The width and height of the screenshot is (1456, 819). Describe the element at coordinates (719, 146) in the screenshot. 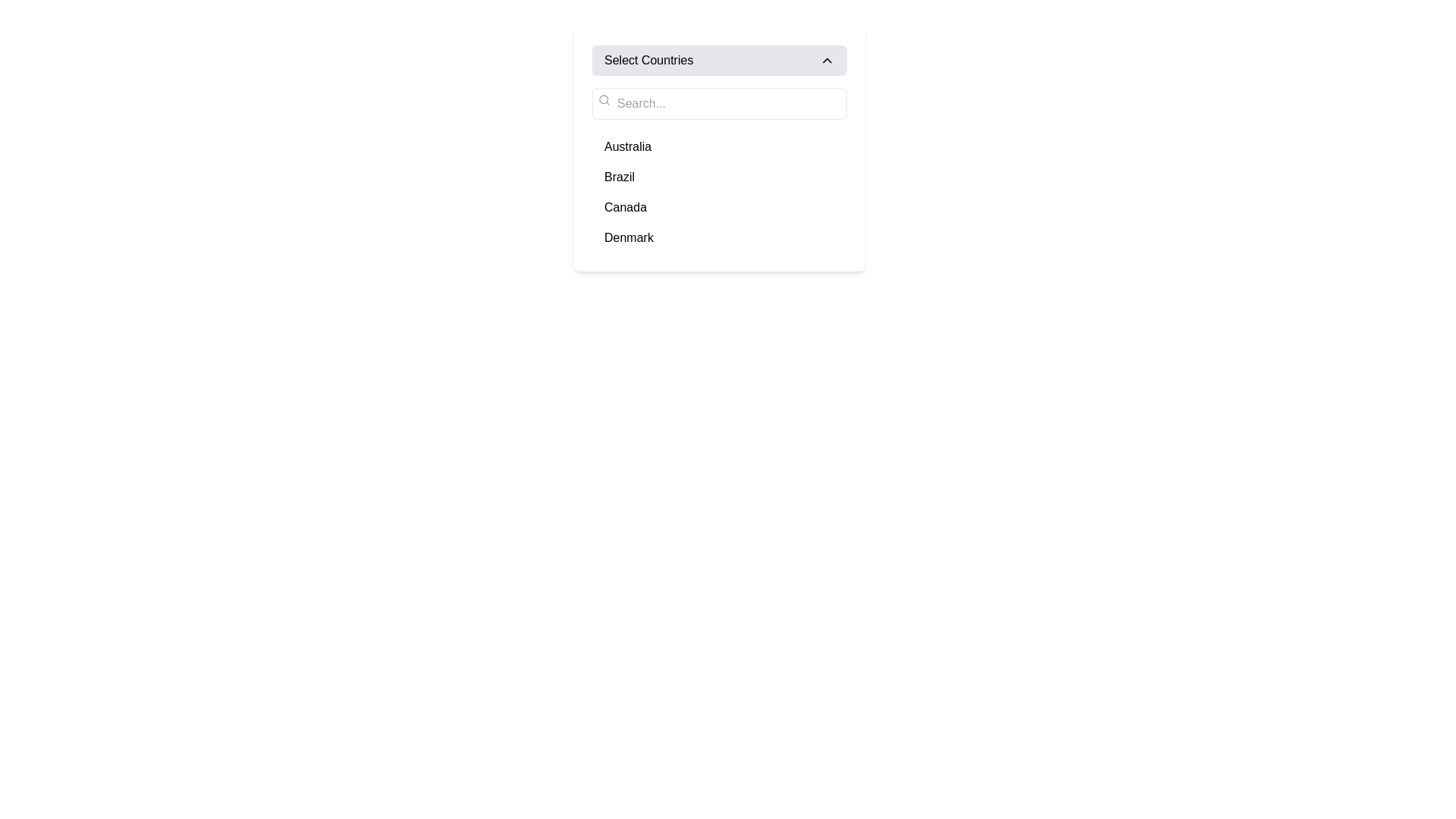

I see `the first item in the dropdown menu for selecting 'Australia'` at that location.